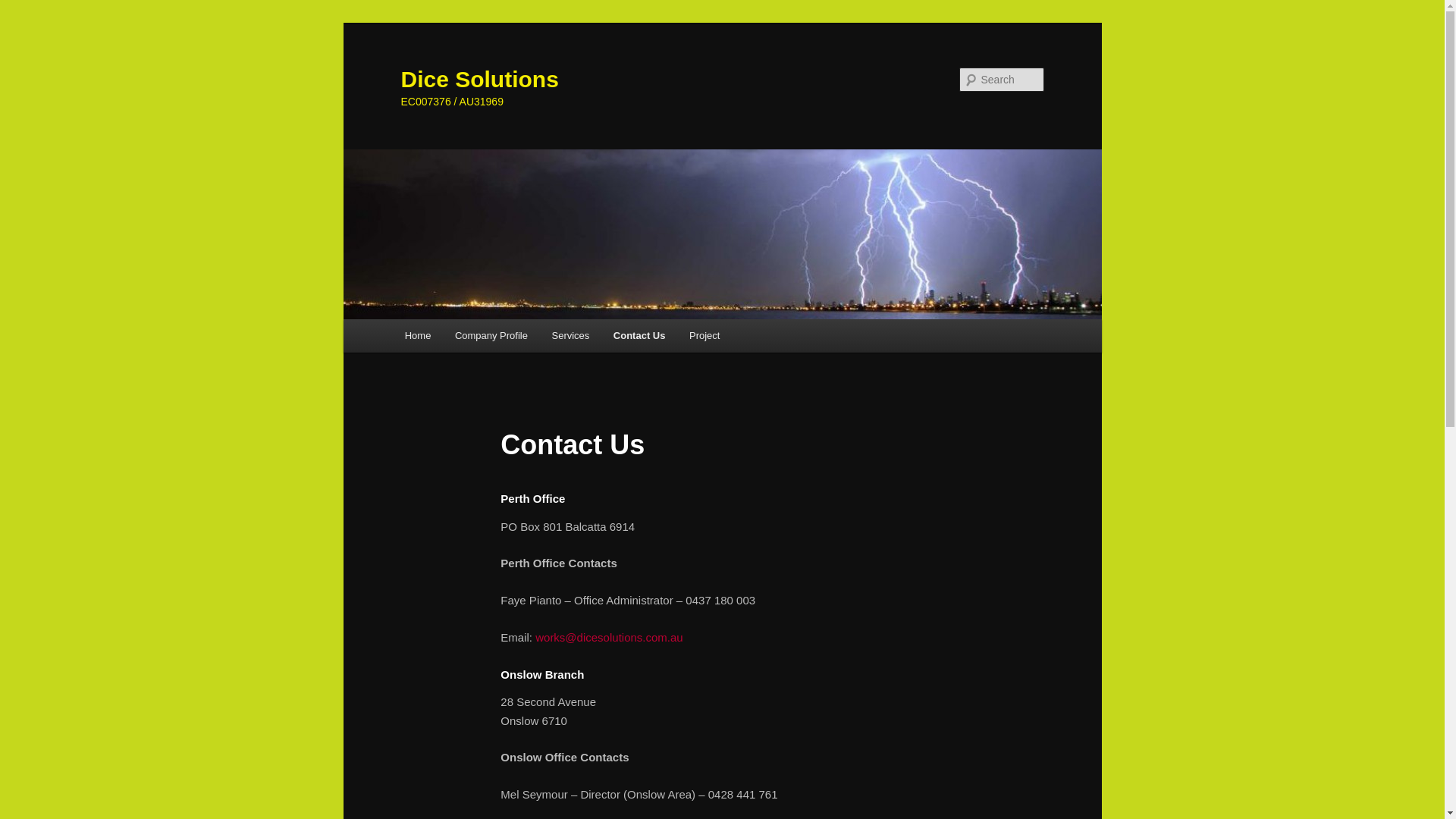 The height and width of the screenshot is (819, 1456). What do you see at coordinates (418, 334) in the screenshot?
I see `'Home'` at bounding box center [418, 334].